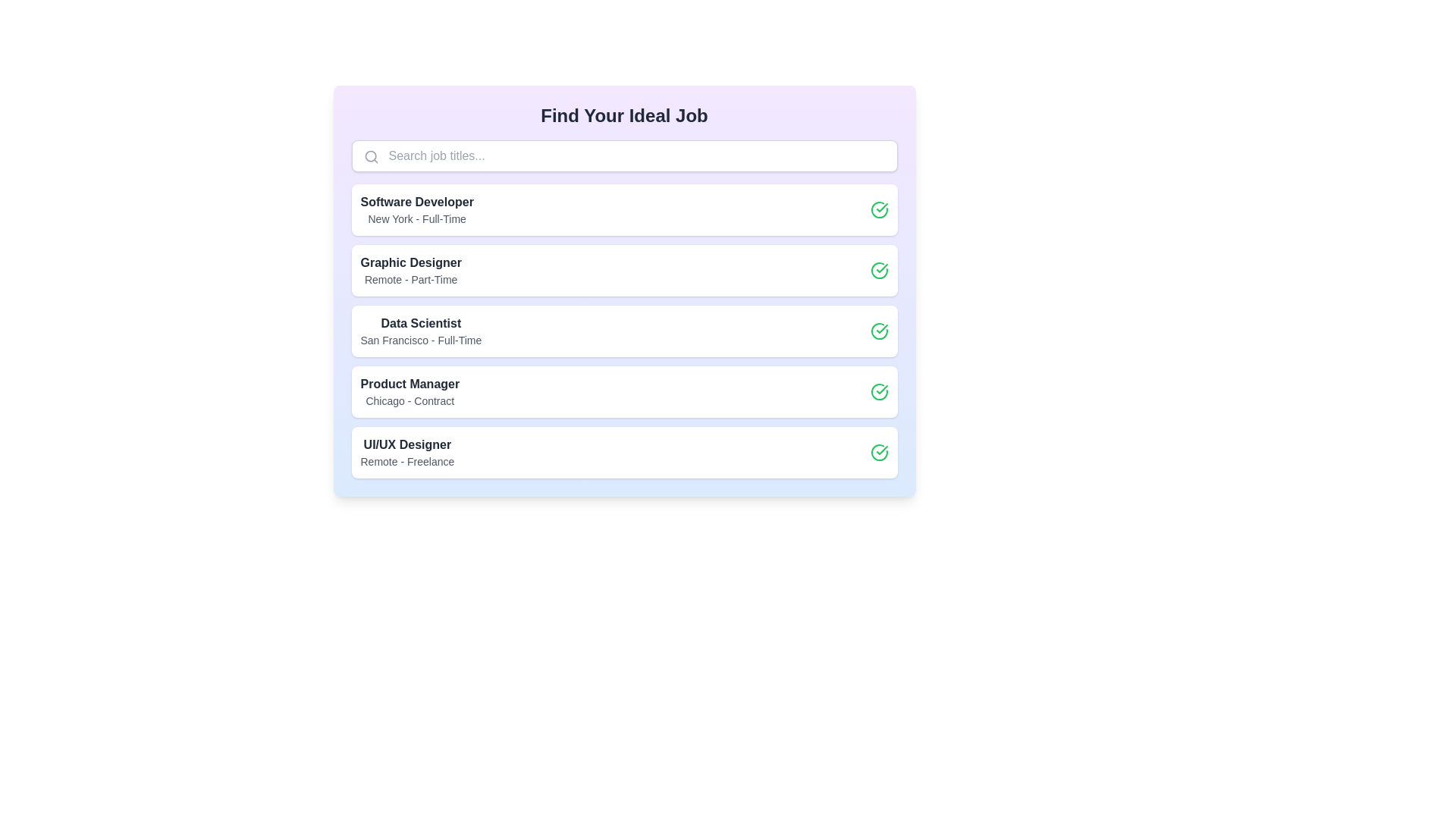 The width and height of the screenshot is (1456, 819). I want to click on the green circular checkmark icon located at the rightmost side of the 'Graphic Designer Remote - Part-Time' listing, so click(879, 270).